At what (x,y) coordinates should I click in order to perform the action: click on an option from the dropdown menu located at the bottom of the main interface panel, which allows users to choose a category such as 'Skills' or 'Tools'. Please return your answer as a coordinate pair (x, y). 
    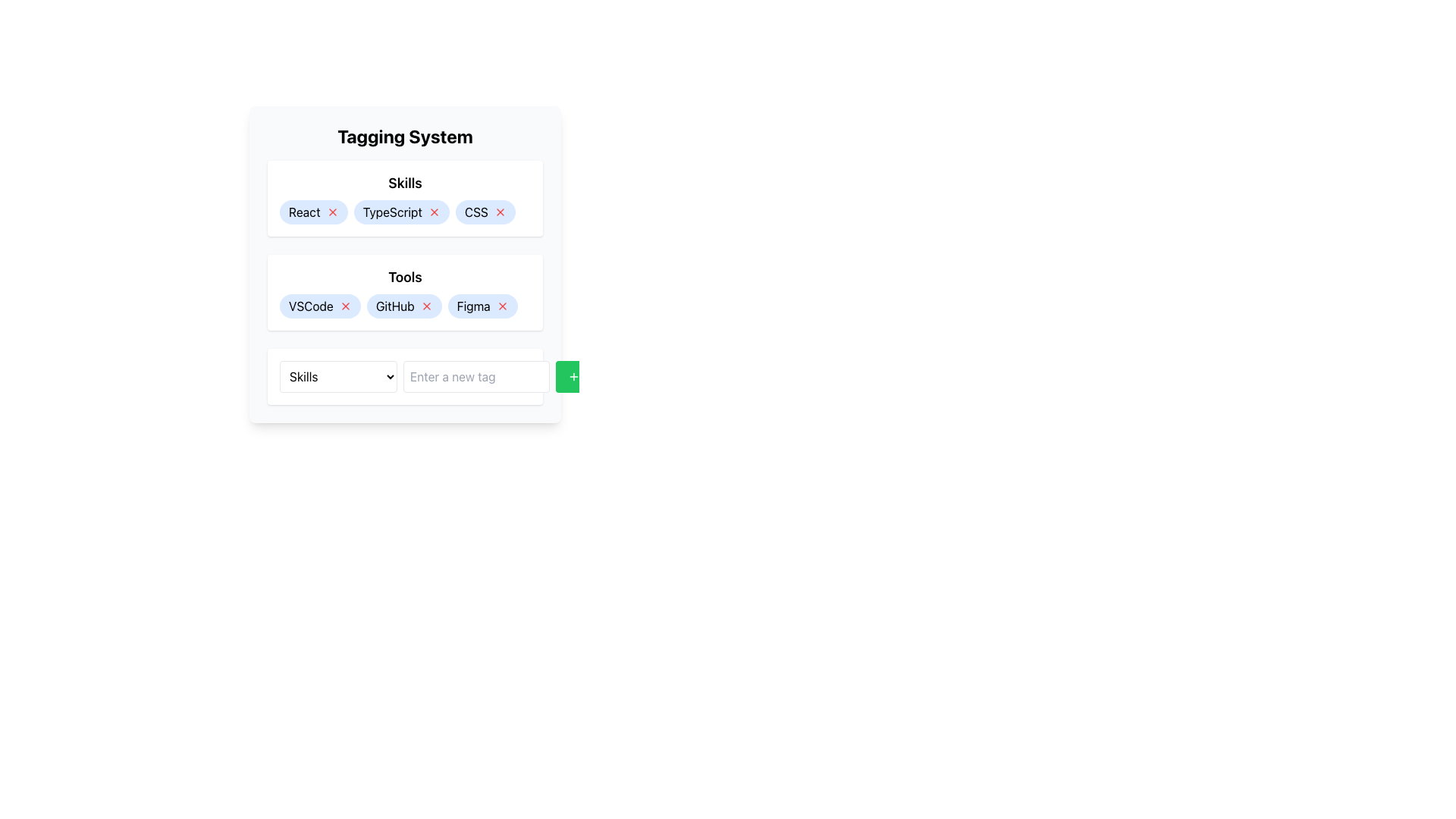
    Looking at the image, I should click on (337, 376).